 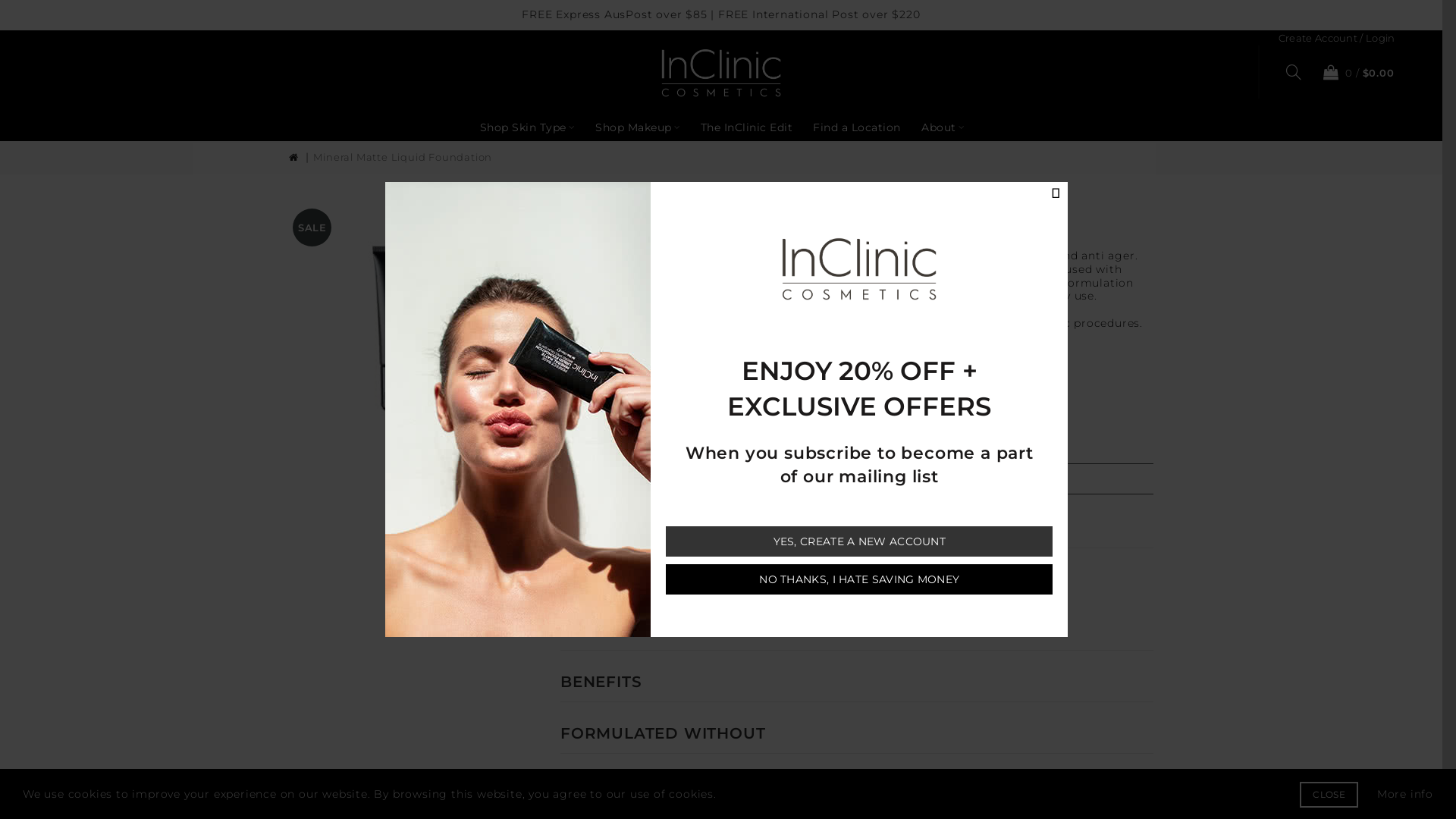 I want to click on 'Mineral Matte Liquid Foundation', so click(x=312, y=157).